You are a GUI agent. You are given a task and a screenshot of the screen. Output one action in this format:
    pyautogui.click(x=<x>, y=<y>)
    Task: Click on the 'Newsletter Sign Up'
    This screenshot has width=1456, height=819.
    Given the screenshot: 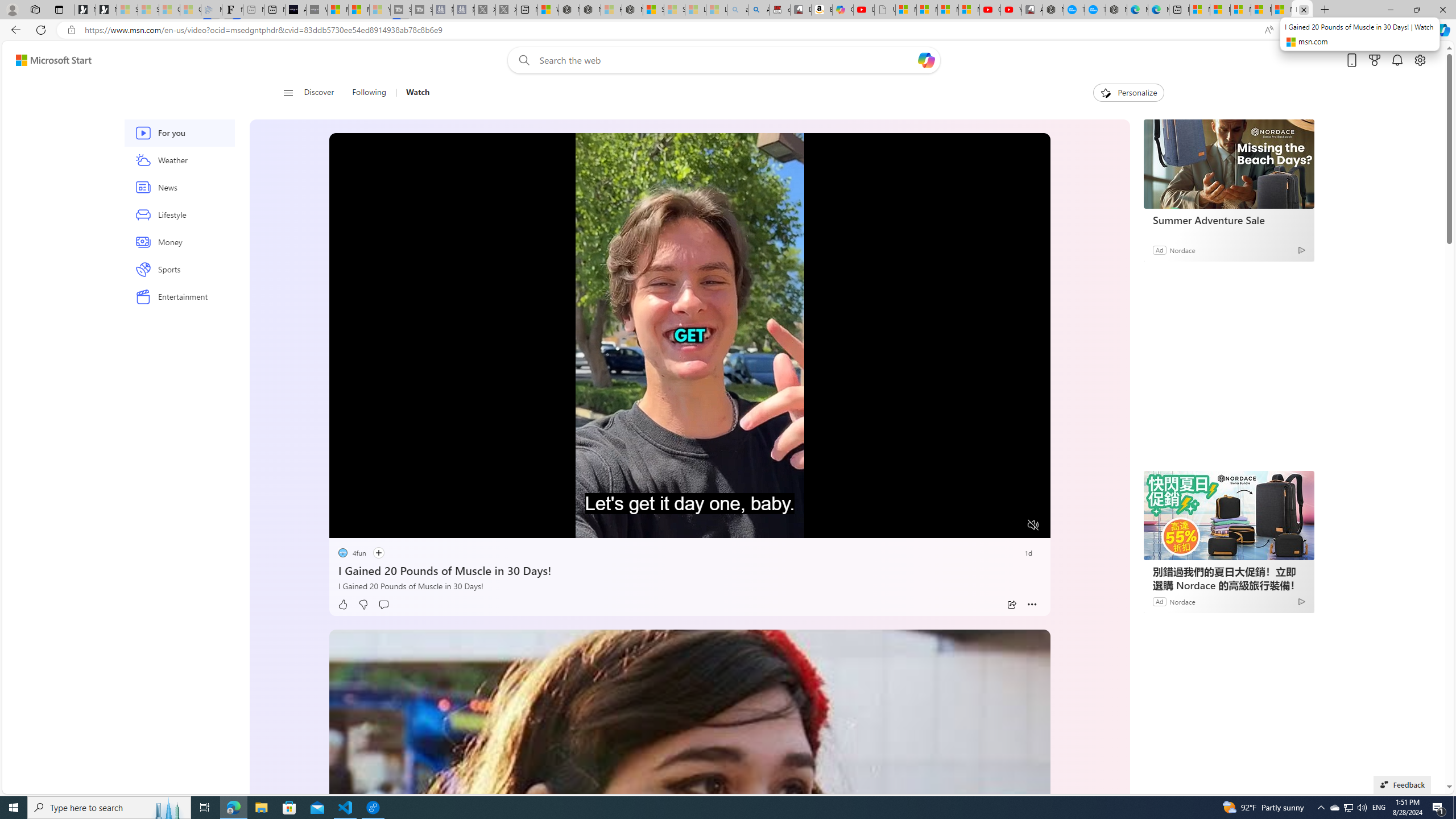 What is the action you would take?
    pyautogui.click(x=106, y=9)
    